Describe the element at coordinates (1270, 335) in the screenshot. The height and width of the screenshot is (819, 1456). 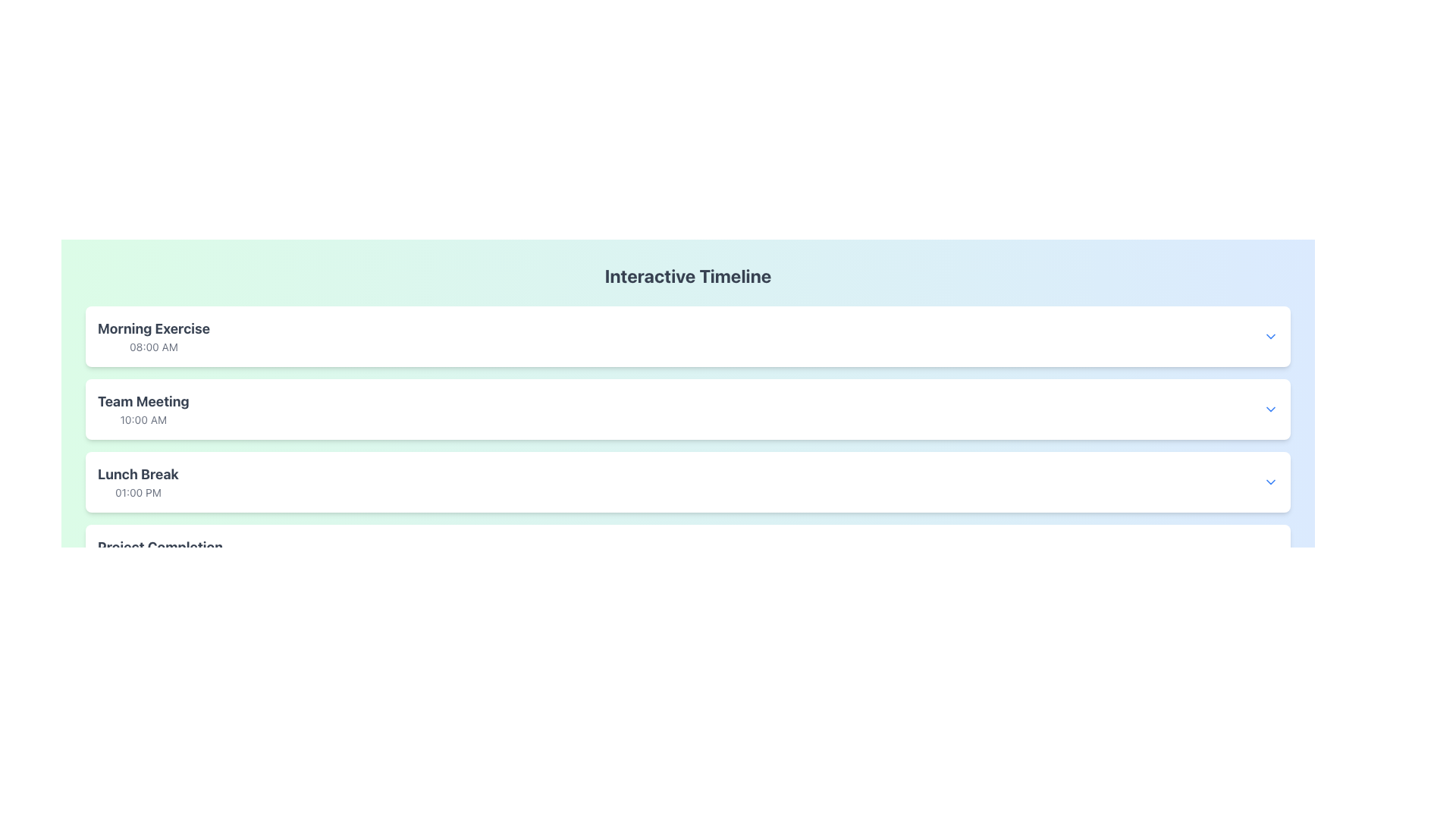
I see `the toggle button on the far-right side of the row for 'Morning Exercise 08:00 AM'` at that location.